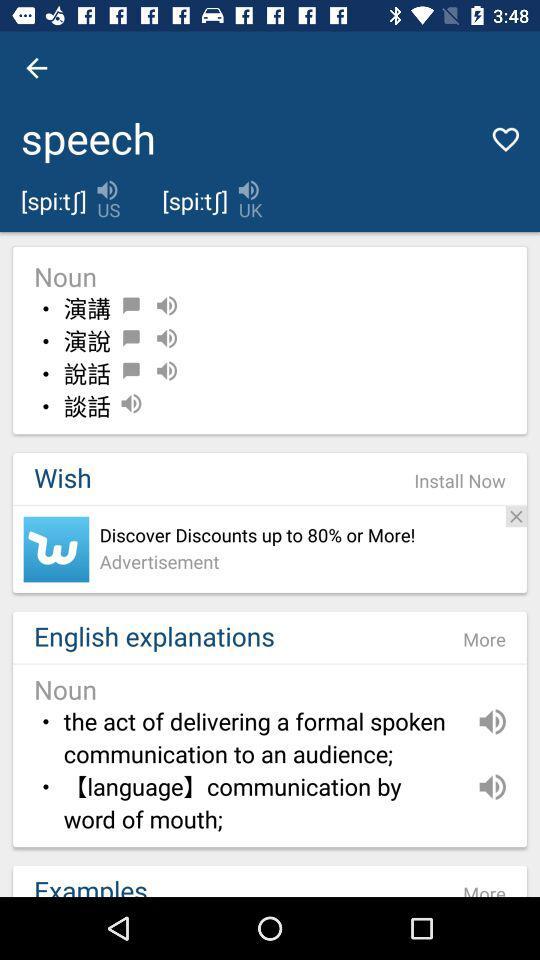  What do you see at coordinates (36, 68) in the screenshot?
I see `icon above the speech item` at bounding box center [36, 68].